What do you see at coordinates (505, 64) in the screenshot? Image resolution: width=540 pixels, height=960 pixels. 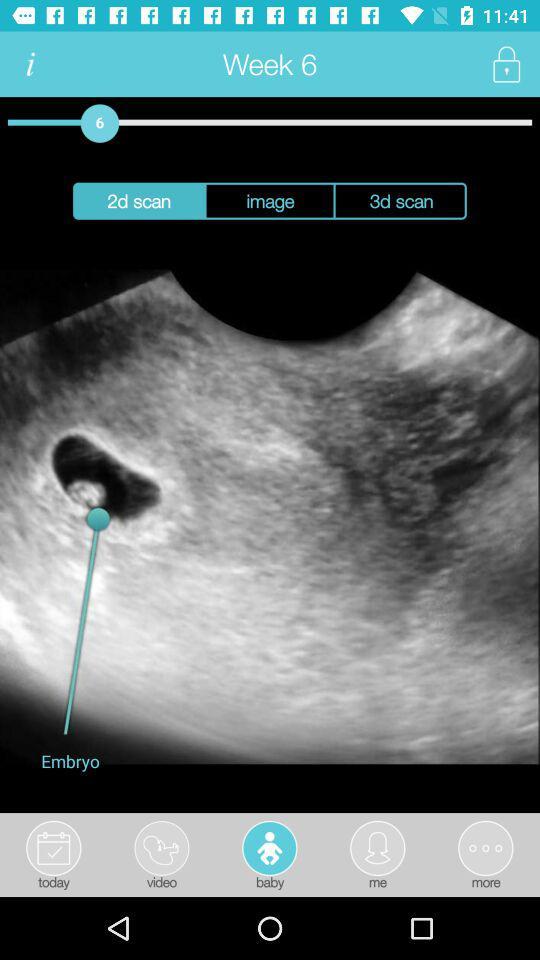 I see `to lock` at bounding box center [505, 64].